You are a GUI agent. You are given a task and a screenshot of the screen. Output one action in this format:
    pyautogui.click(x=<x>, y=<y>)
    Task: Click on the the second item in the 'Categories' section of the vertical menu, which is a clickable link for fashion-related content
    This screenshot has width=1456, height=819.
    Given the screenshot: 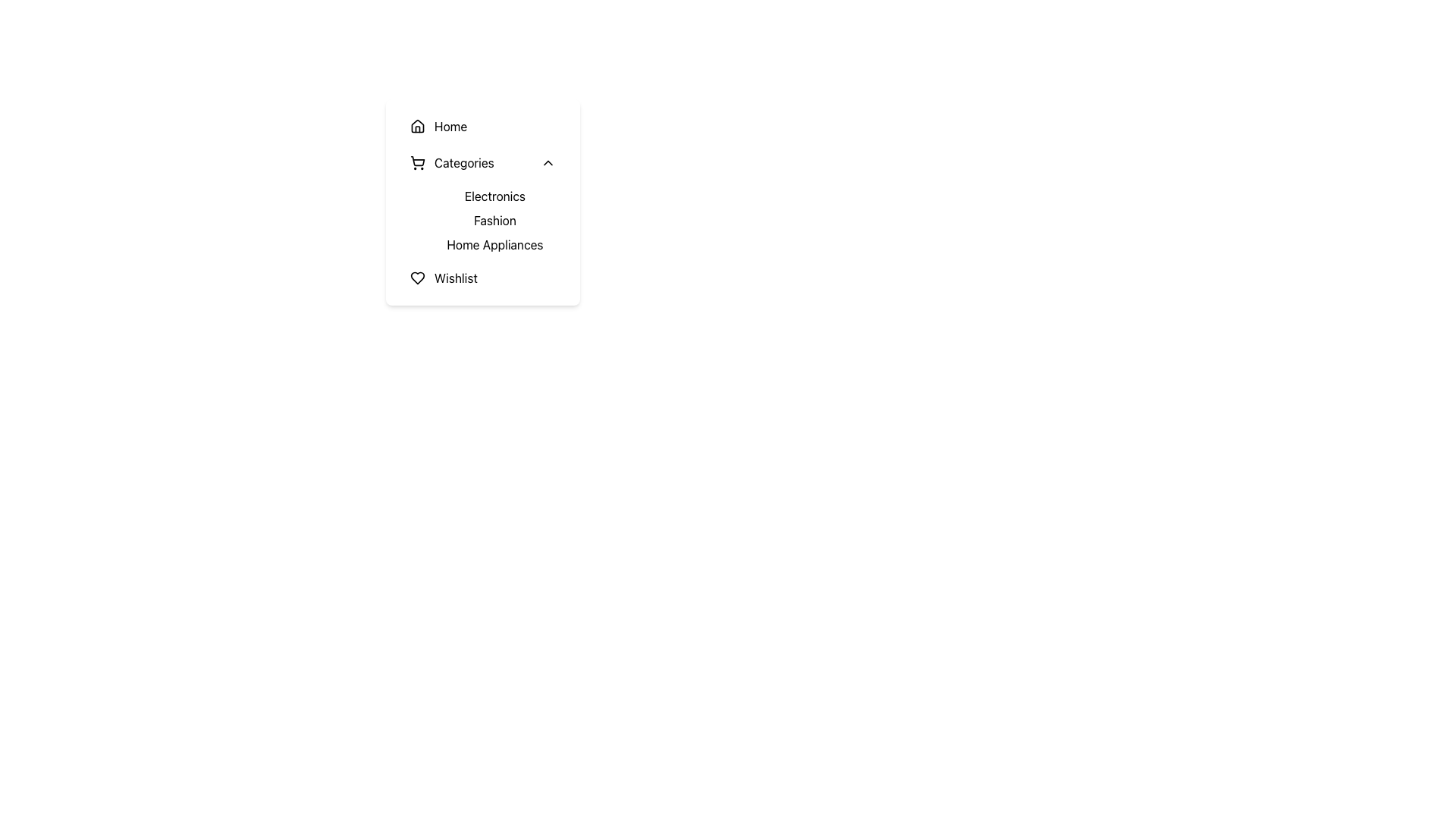 What is the action you would take?
    pyautogui.click(x=494, y=220)
    